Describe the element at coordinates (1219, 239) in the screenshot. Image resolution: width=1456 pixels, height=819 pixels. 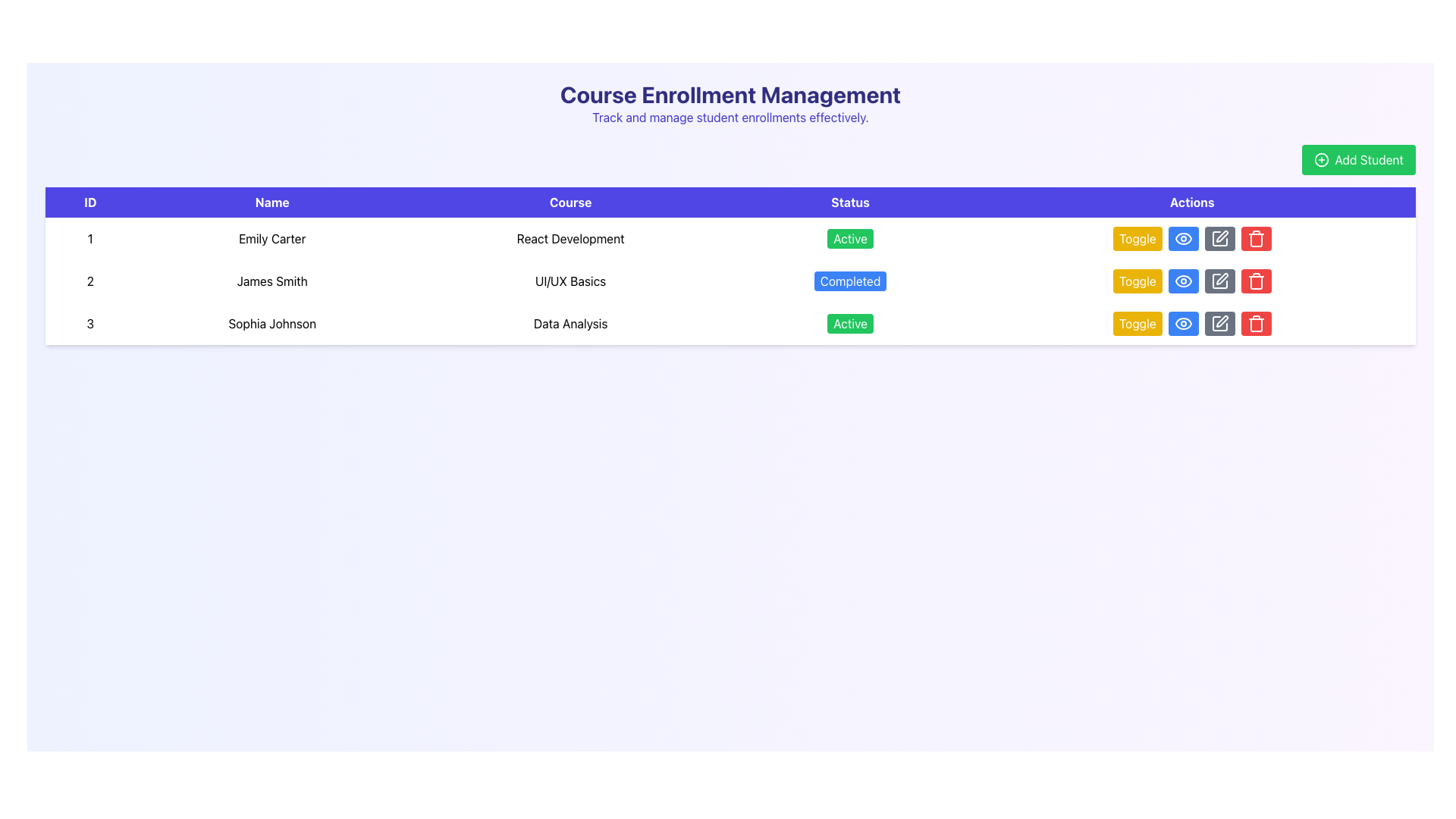
I see `the edit icon button located in the Actions column of the third row associated with Sophia Johnson's record` at that location.